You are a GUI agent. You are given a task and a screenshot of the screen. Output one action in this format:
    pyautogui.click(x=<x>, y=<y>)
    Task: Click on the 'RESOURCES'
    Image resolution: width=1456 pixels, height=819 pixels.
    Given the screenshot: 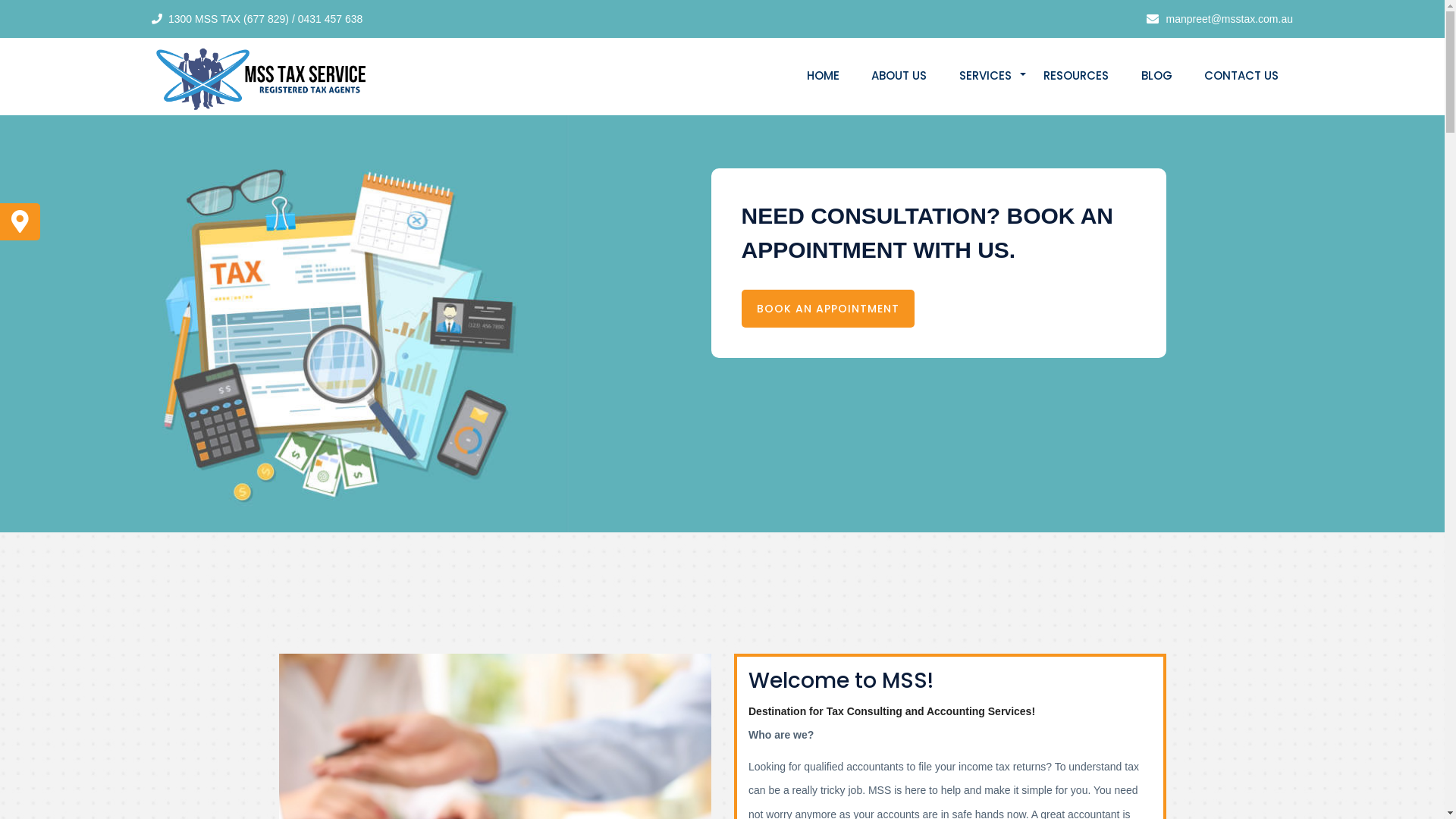 What is the action you would take?
    pyautogui.click(x=1075, y=76)
    